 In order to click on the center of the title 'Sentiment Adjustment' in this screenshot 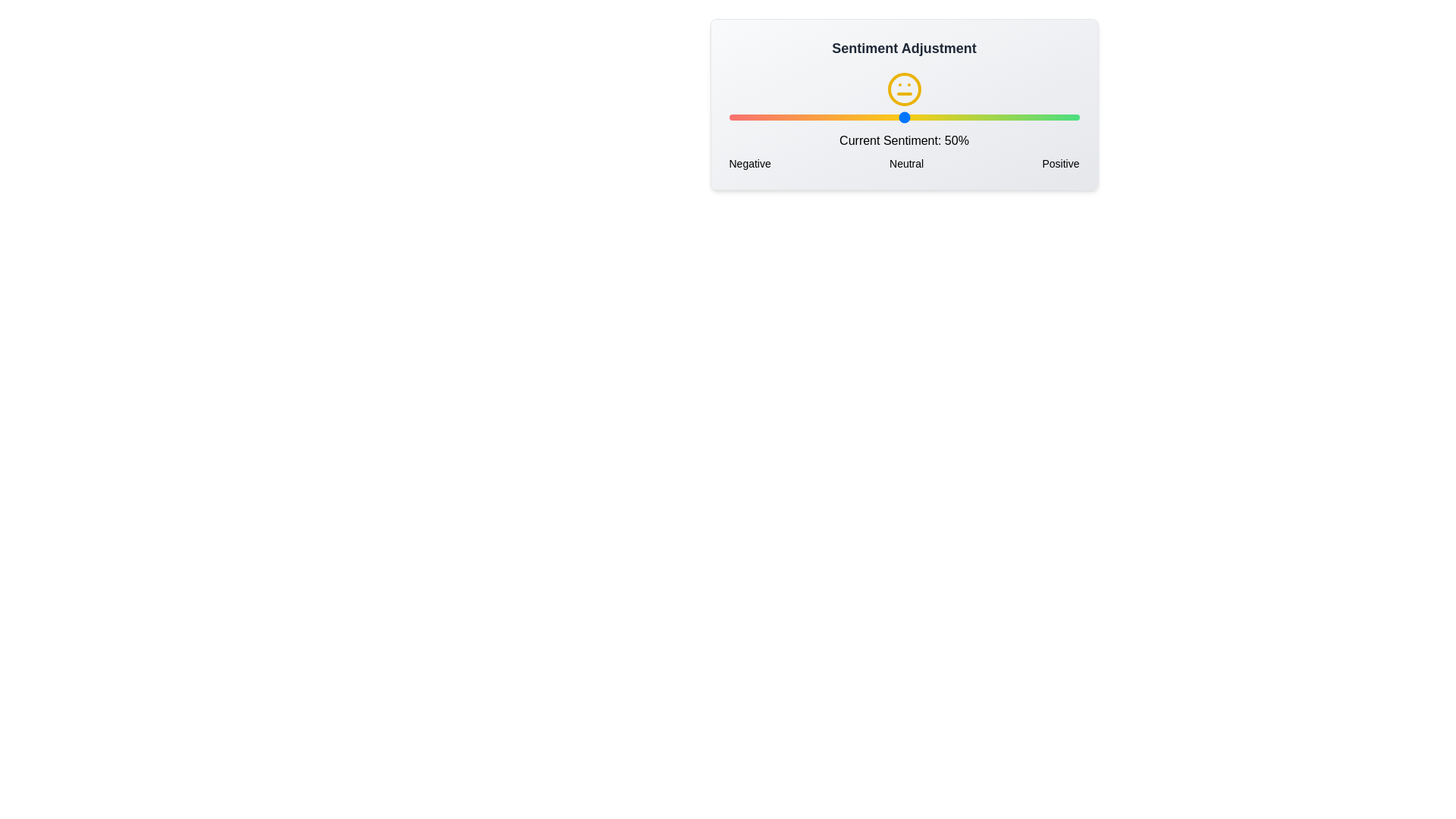, I will do `click(904, 48)`.